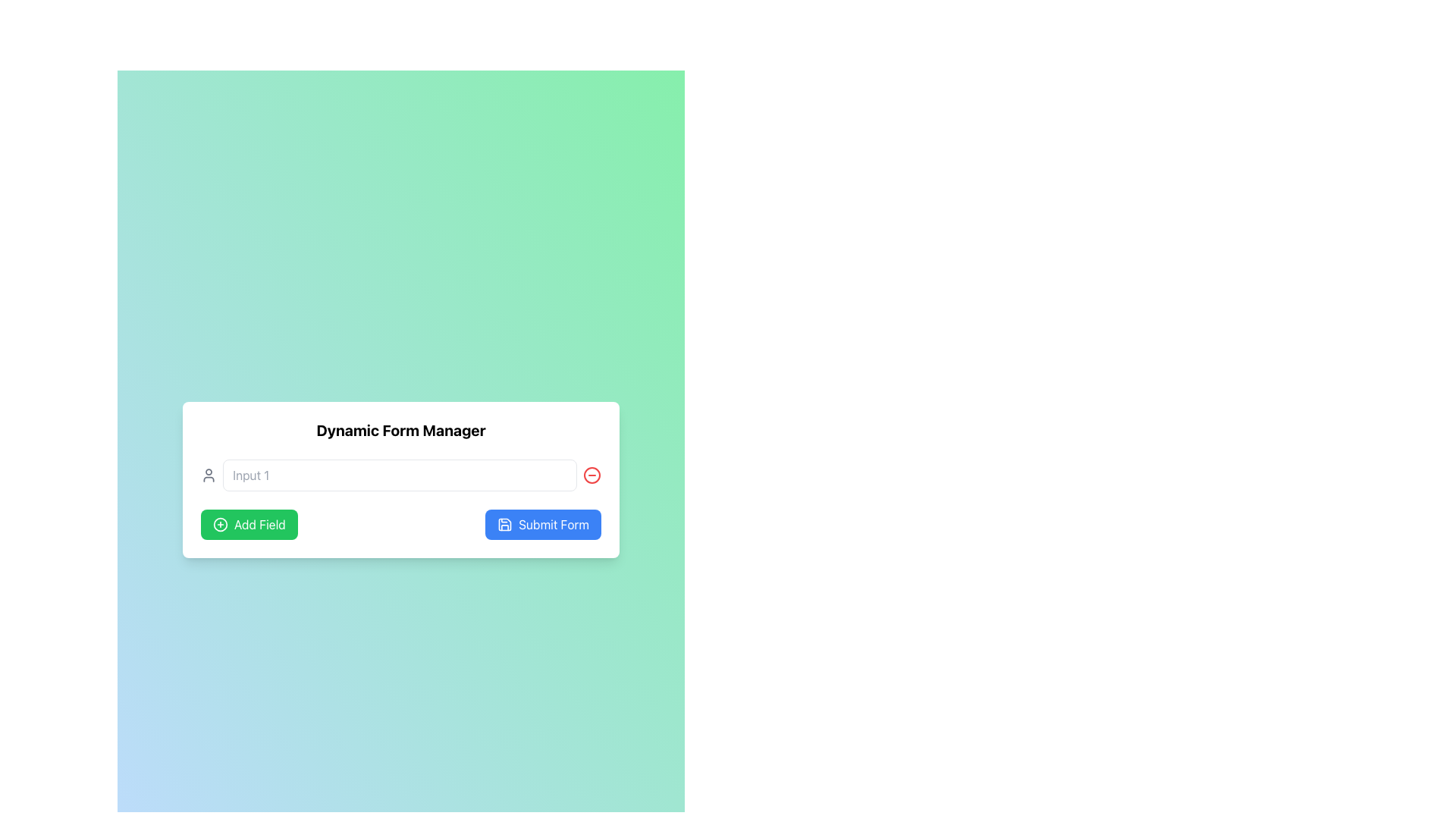 The width and height of the screenshot is (1456, 819). Describe the element at coordinates (220, 523) in the screenshot. I see `the decorative SVG Circle located at the center of the green 'Add Field' button` at that location.